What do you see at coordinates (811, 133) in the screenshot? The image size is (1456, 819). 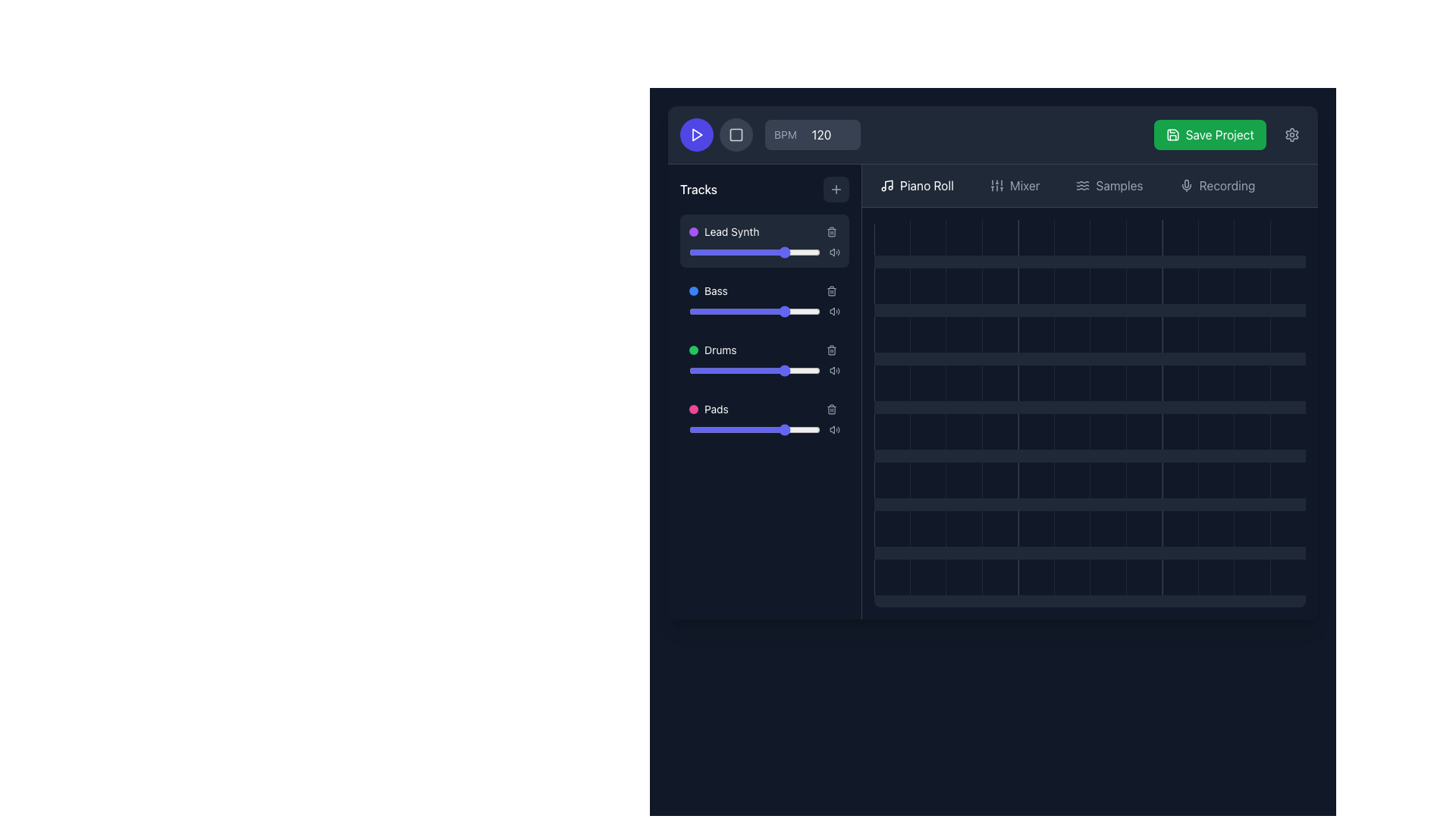 I see `the numeric input field of the Composite component that allows users` at bounding box center [811, 133].